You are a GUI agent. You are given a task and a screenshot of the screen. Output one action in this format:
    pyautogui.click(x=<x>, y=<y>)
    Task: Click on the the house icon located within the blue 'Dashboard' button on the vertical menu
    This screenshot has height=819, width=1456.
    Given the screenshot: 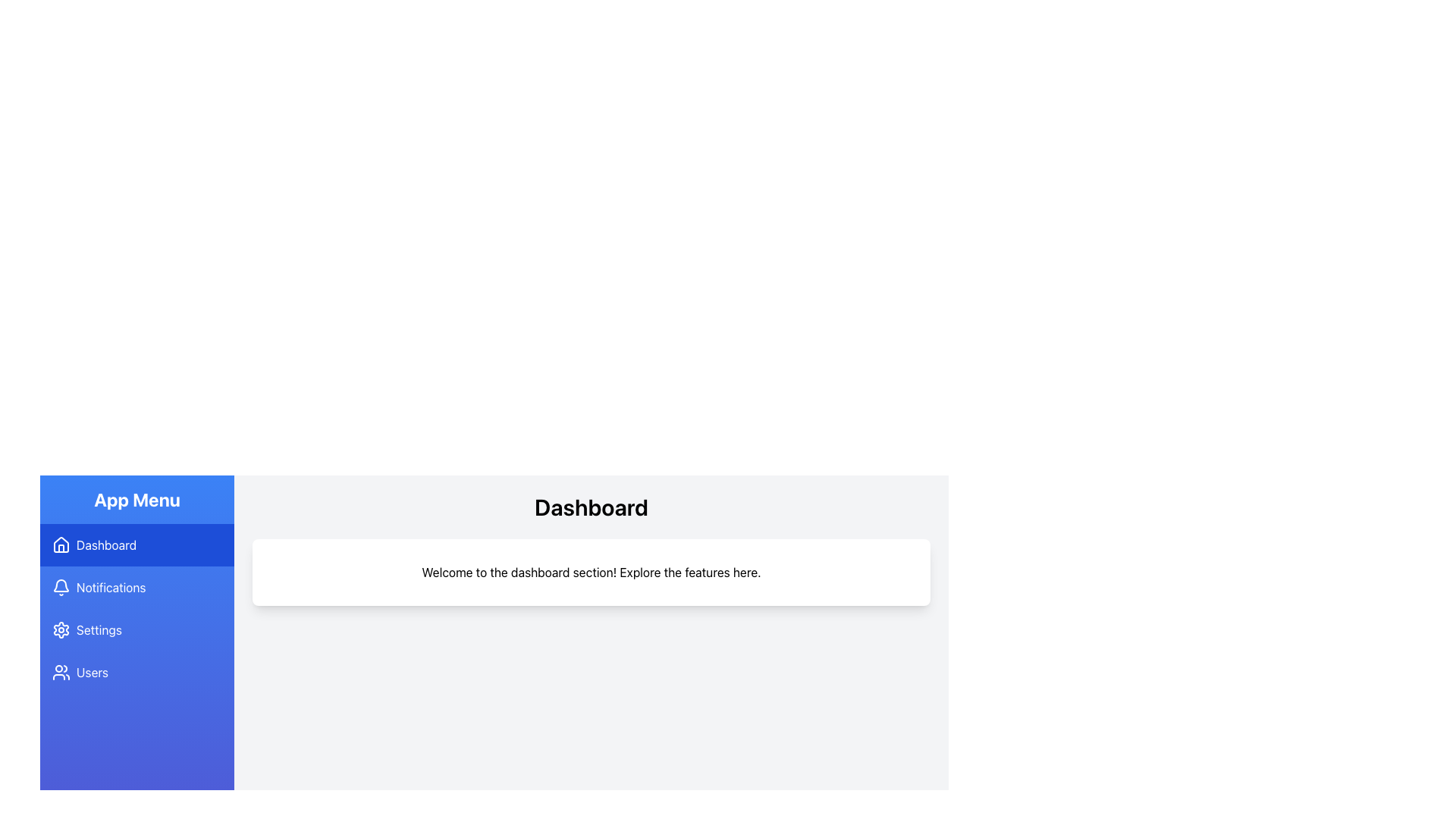 What is the action you would take?
    pyautogui.click(x=61, y=544)
    